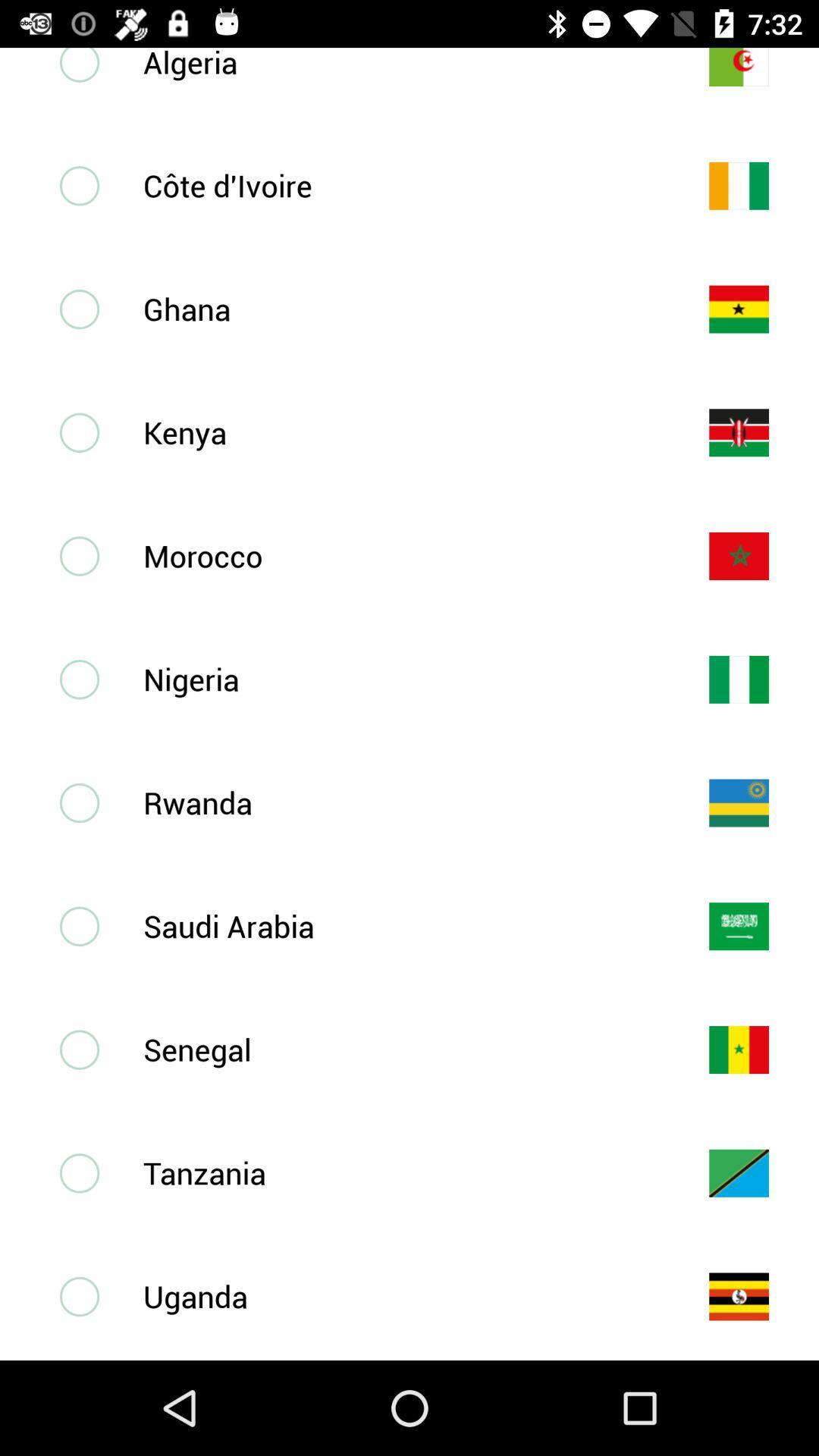 The width and height of the screenshot is (819, 1456). What do you see at coordinates (400, 64) in the screenshot?
I see `the algeria` at bounding box center [400, 64].